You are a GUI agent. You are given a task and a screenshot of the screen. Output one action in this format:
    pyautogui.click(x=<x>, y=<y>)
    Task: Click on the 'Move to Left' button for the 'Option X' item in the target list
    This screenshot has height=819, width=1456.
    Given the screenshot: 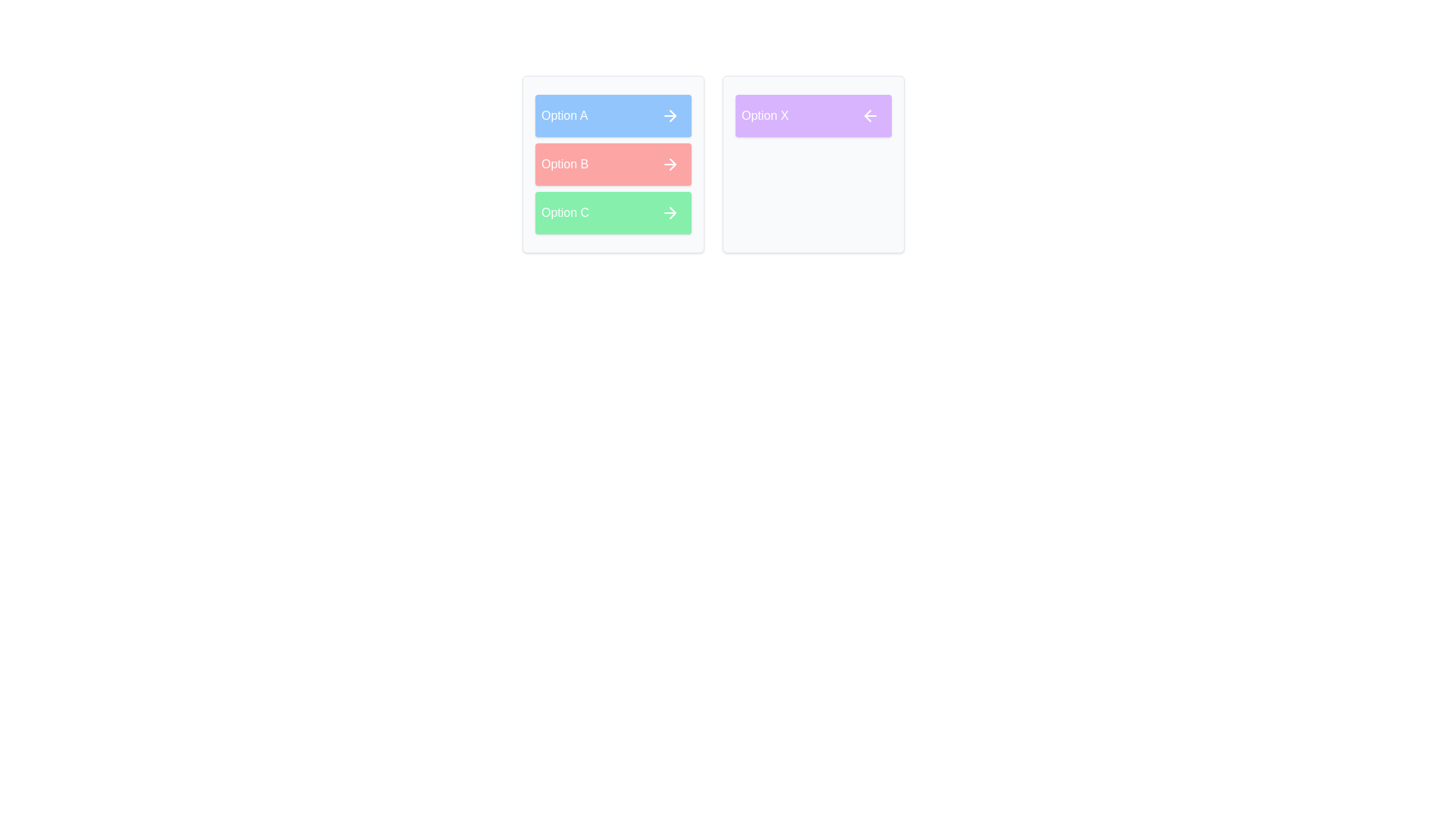 What is the action you would take?
    pyautogui.click(x=870, y=115)
    